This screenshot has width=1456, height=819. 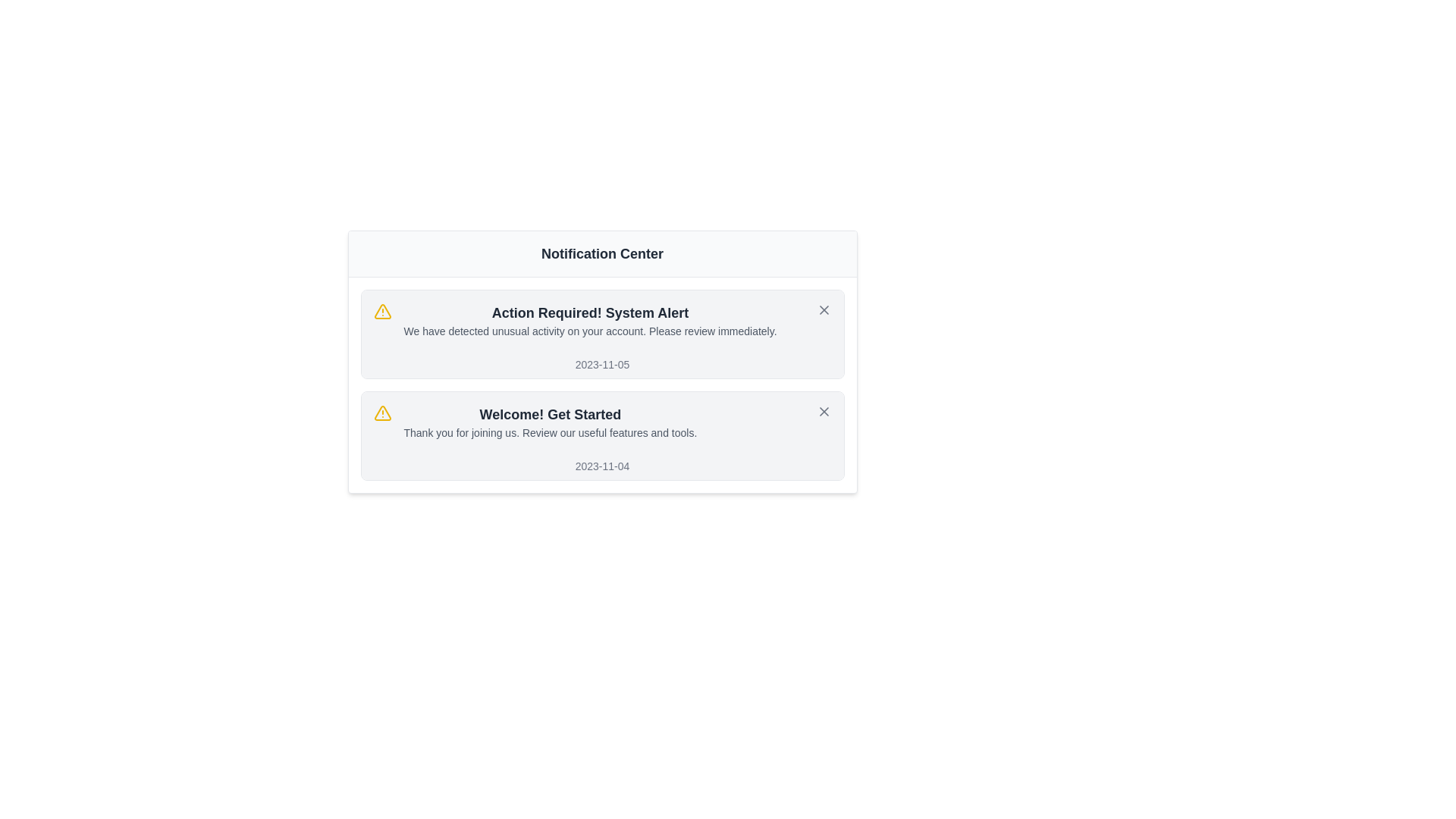 What do you see at coordinates (823, 309) in the screenshot?
I see `the close button styled with an 'X' icon located at the top-right corner of the notification panel titled 'Action Required! System Alert' for tooltip or highlighting effects` at bounding box center [823, 309].